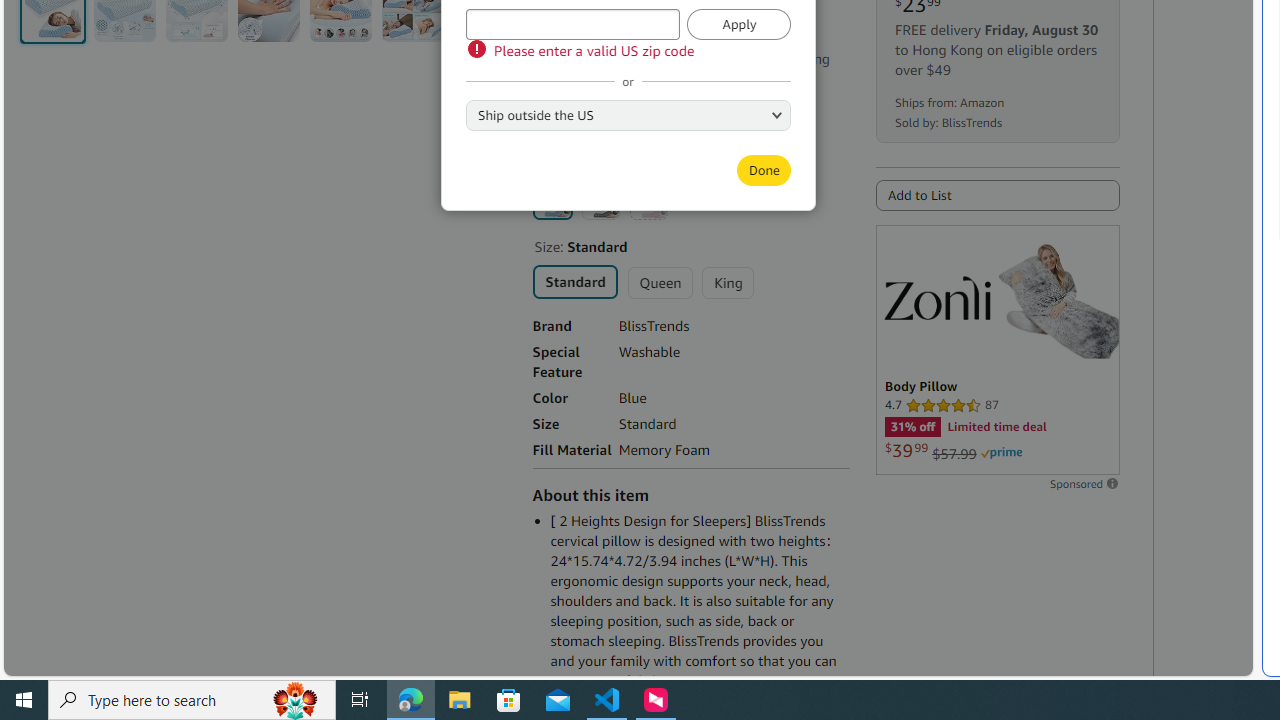 The width and height of the screenshot is (1280, 720). I want to click on 'Logo', so click(936, 297).